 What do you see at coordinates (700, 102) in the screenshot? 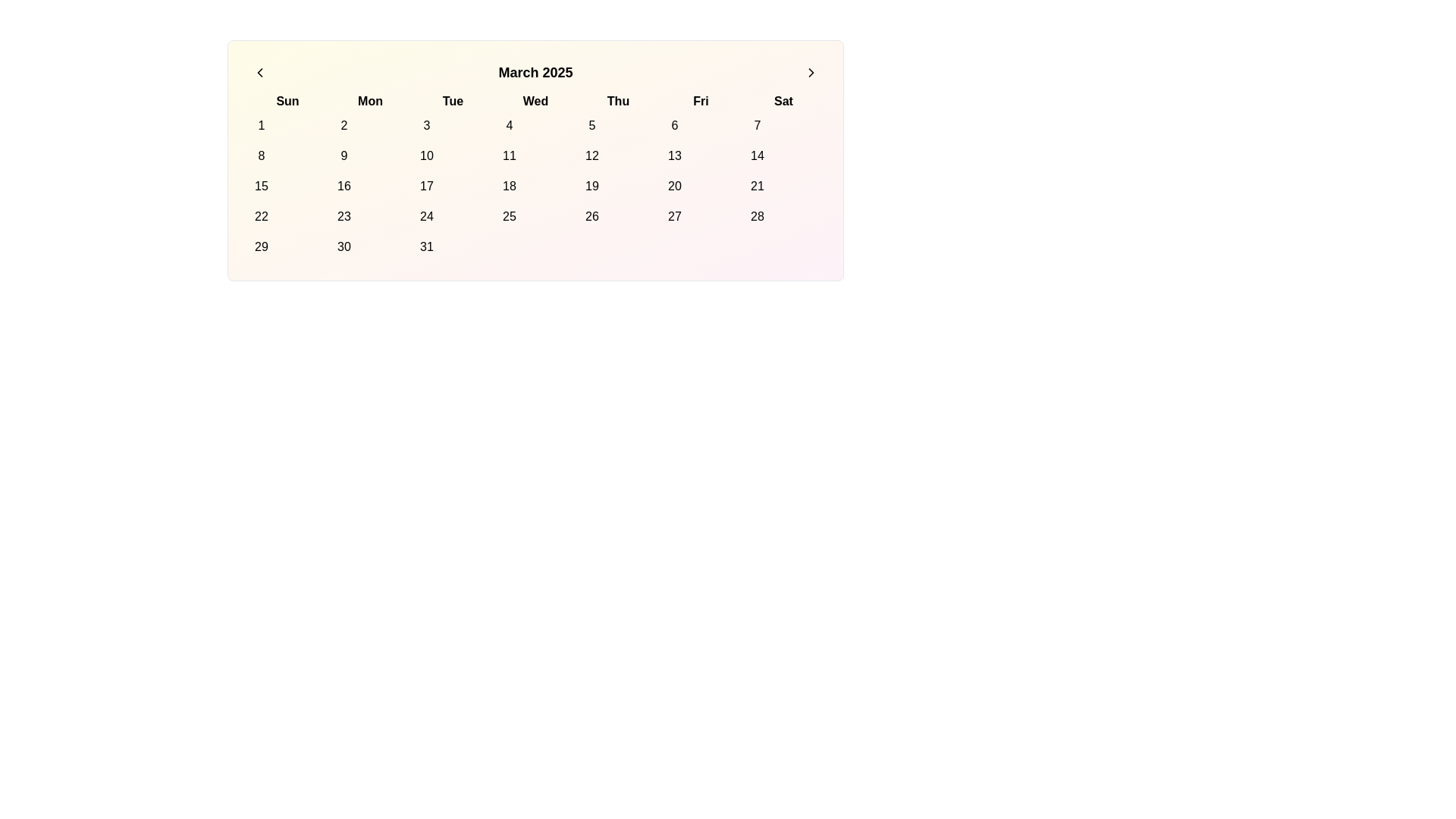
I see `the text label representing 'Friday' in the weekly calendar layout, located between 'Thu' and 'Sat'` at bounding box center [700, 102].